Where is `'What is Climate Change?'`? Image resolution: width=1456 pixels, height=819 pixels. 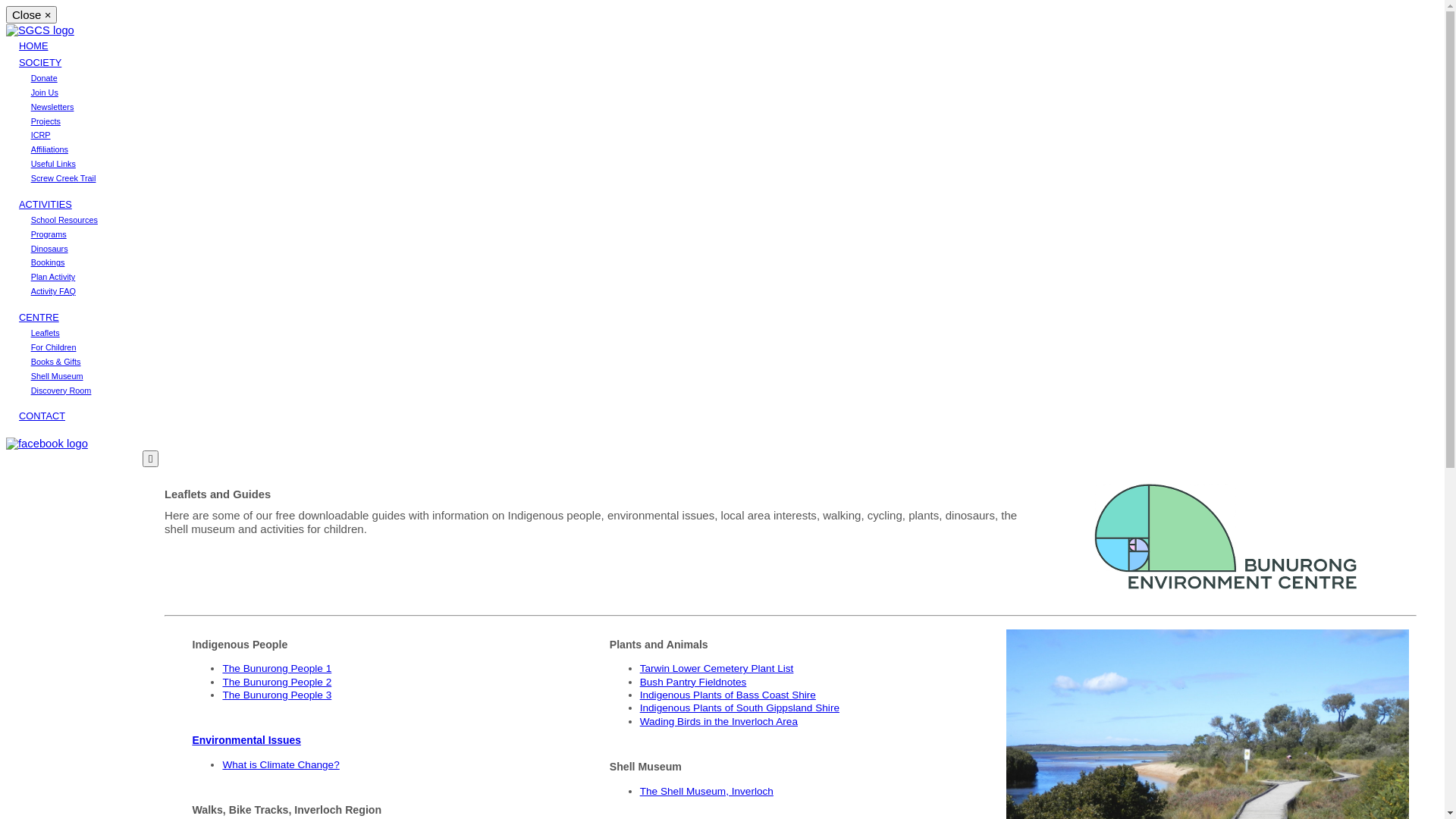
'What is Climate Change?' is located at coordinates (280, 764).